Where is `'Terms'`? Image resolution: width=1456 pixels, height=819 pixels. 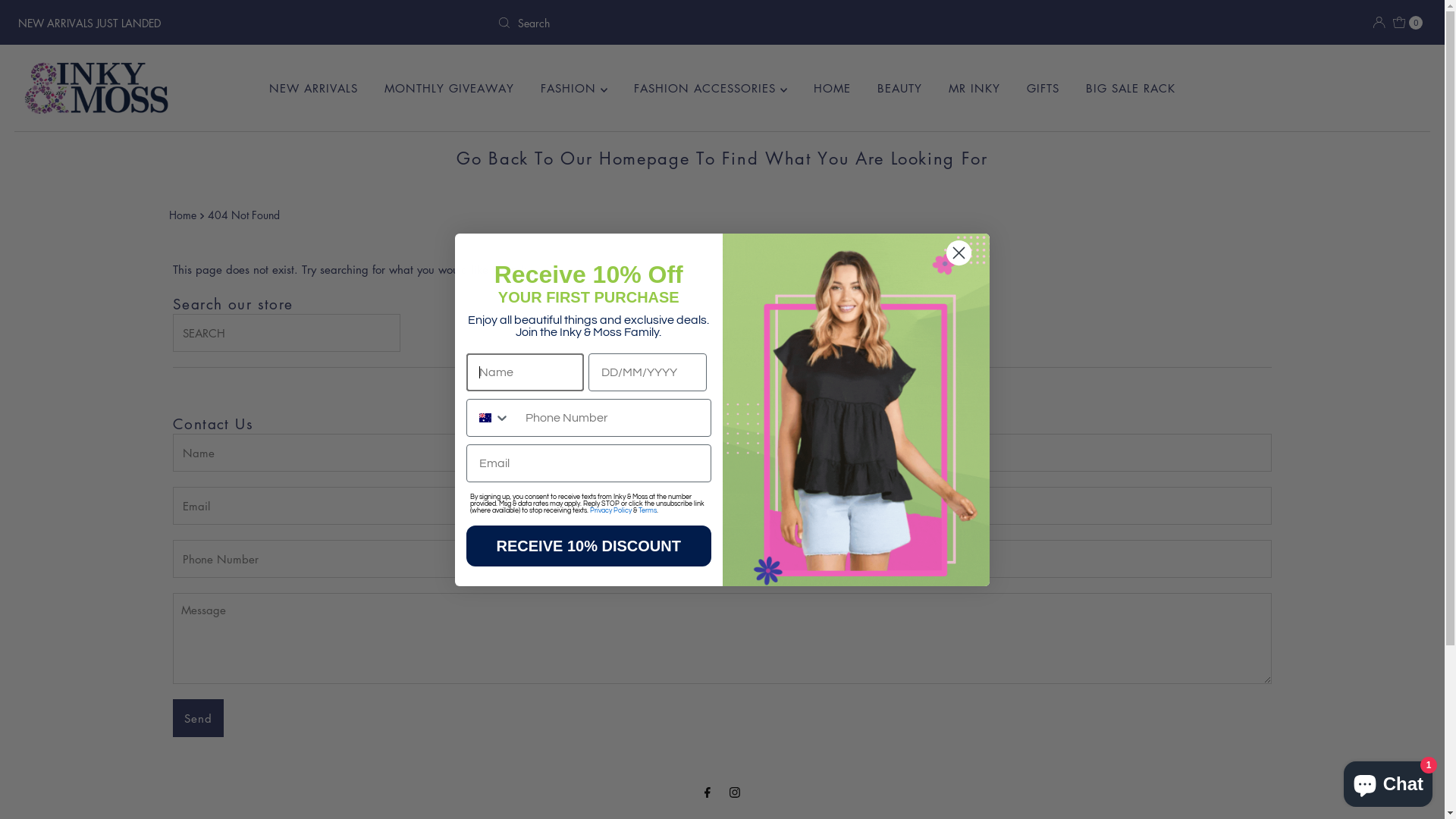
'Terms' is located at coordinates (648, 510).